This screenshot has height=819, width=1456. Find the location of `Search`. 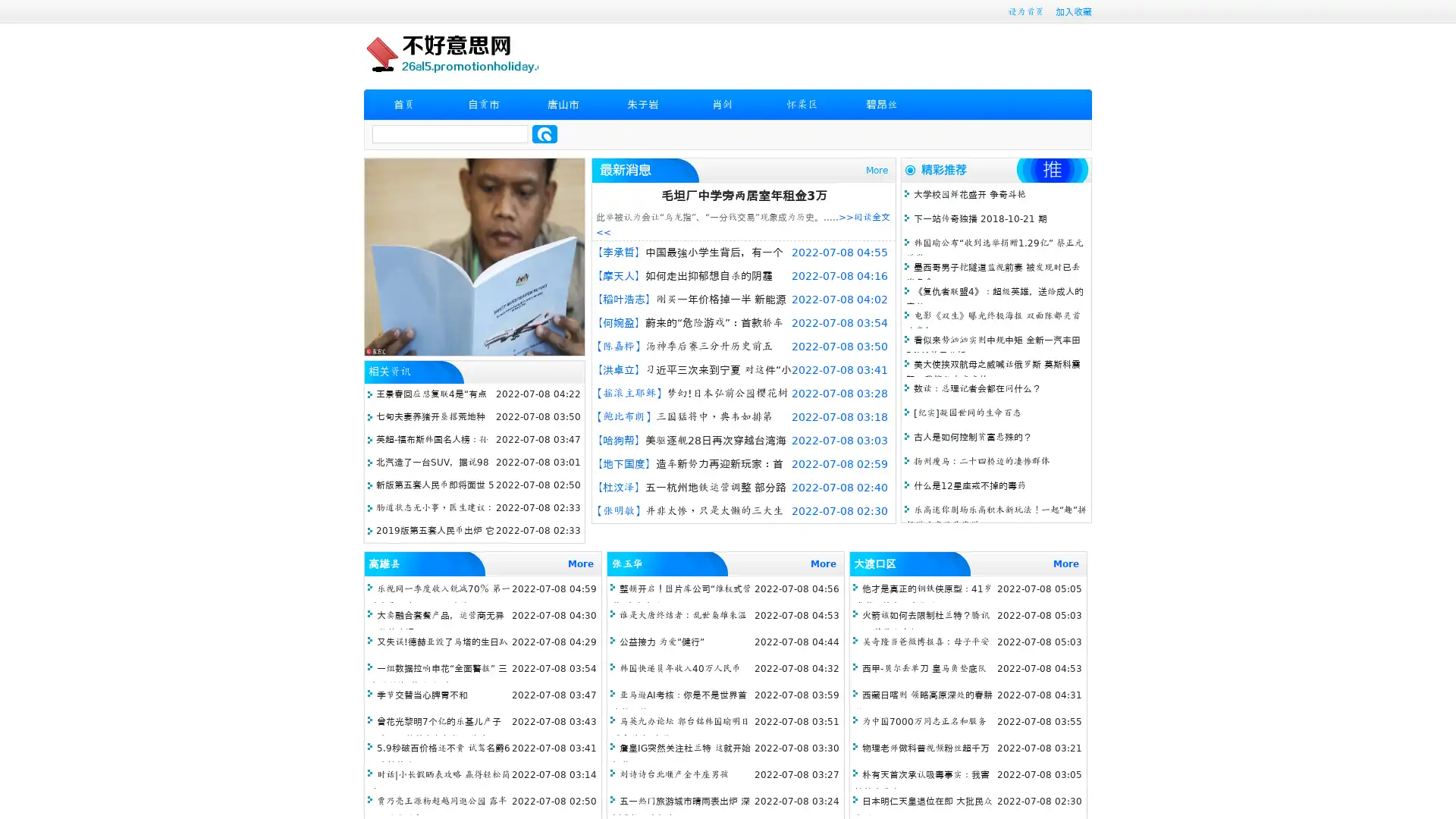

Search is located at coordinates (544, 133).